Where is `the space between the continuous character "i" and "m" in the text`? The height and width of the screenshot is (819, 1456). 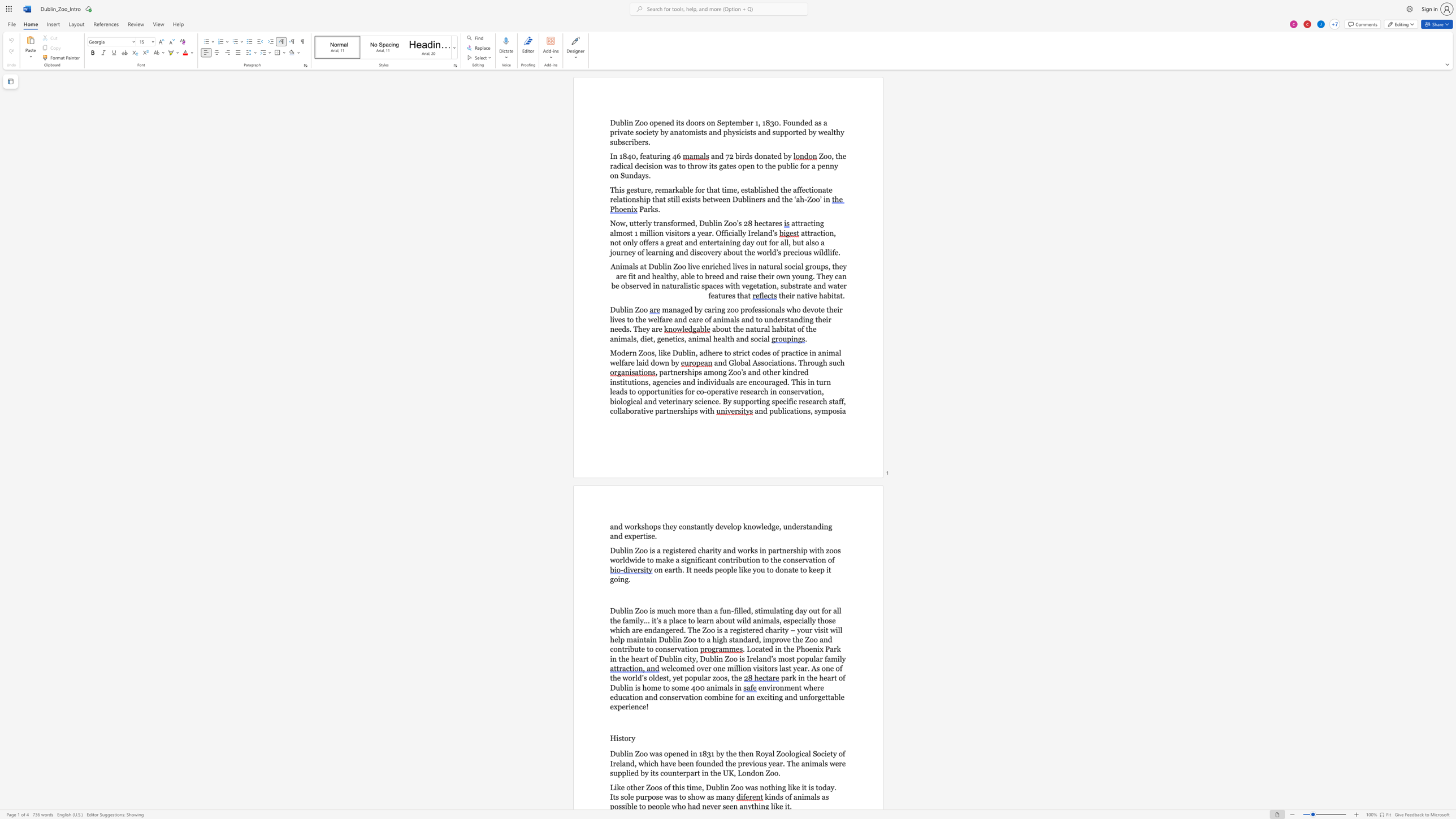 the space between the continuous character "i" and "m" in the text is located at coordinates (727, 189).